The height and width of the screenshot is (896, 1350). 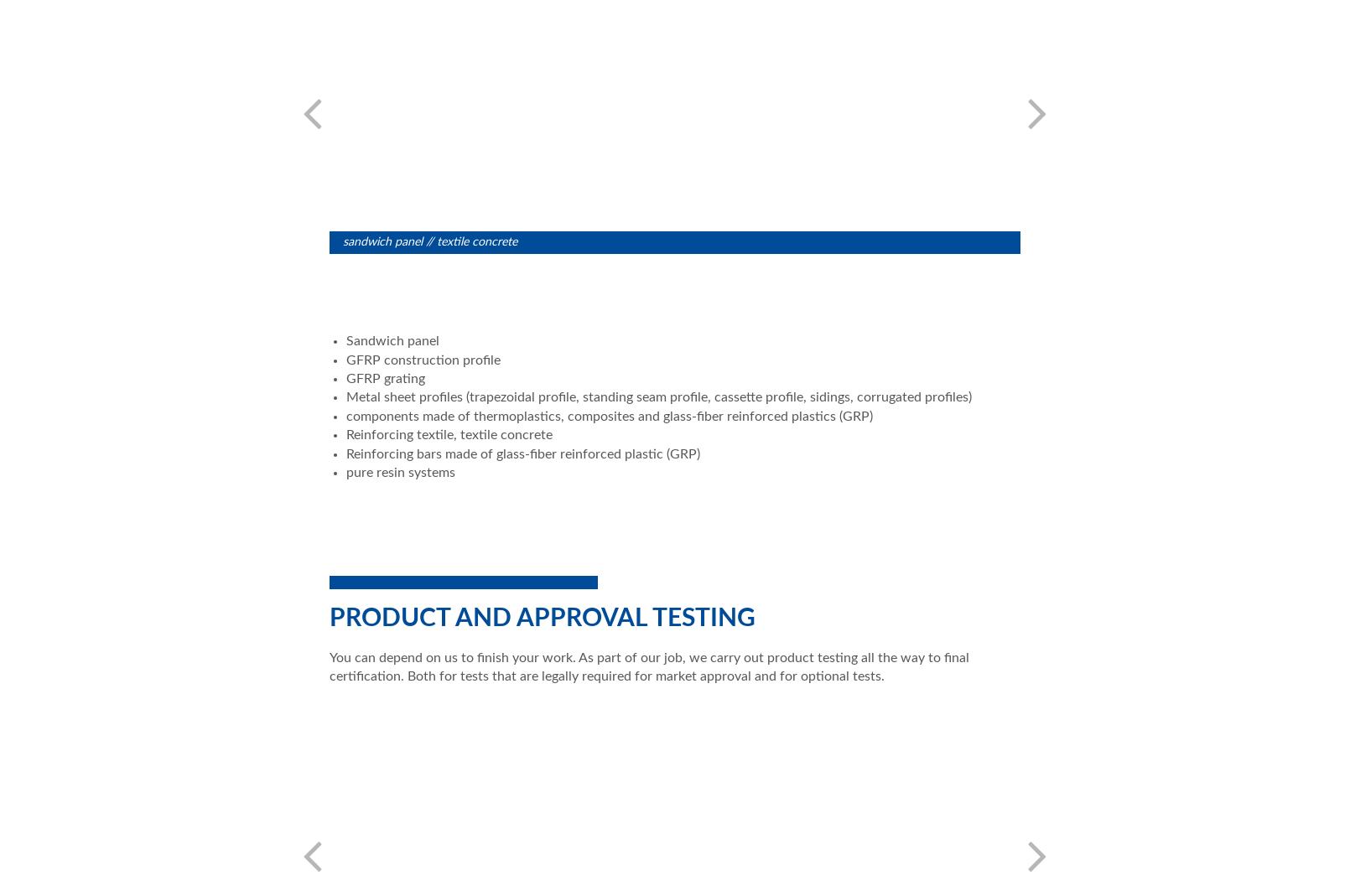 What do you see at coordinates (658, 396) in the screenshot?
I see `'Metal sheet profiles (trapezoidal profile, standing seam profile, cassette profile, sidings, corrugated profiles)'` at bounding box center [658, 396].